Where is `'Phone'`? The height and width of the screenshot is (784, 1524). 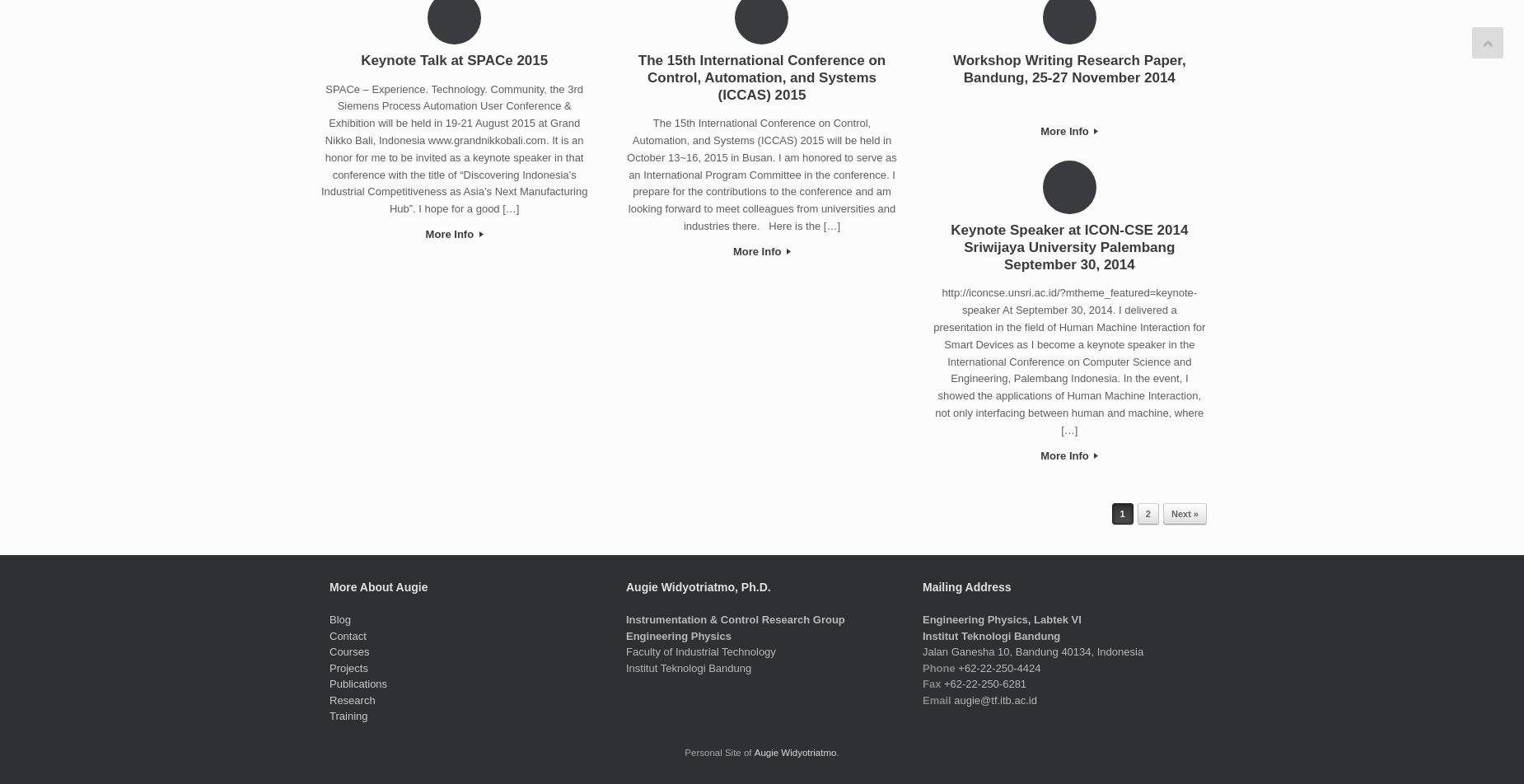
'Phone' is located at coordinates (937, 667).